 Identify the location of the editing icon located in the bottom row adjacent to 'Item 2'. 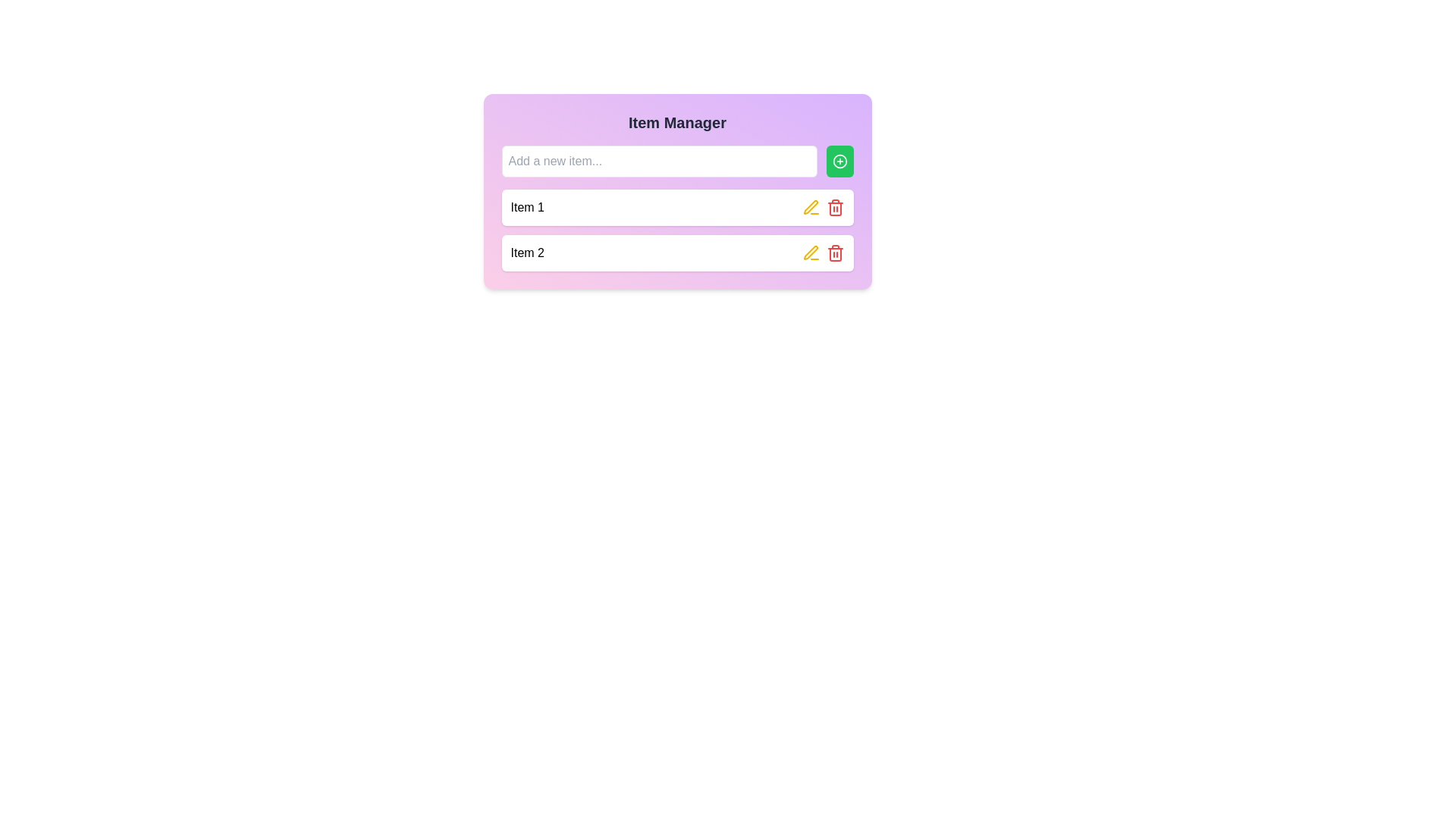
(810, 207).